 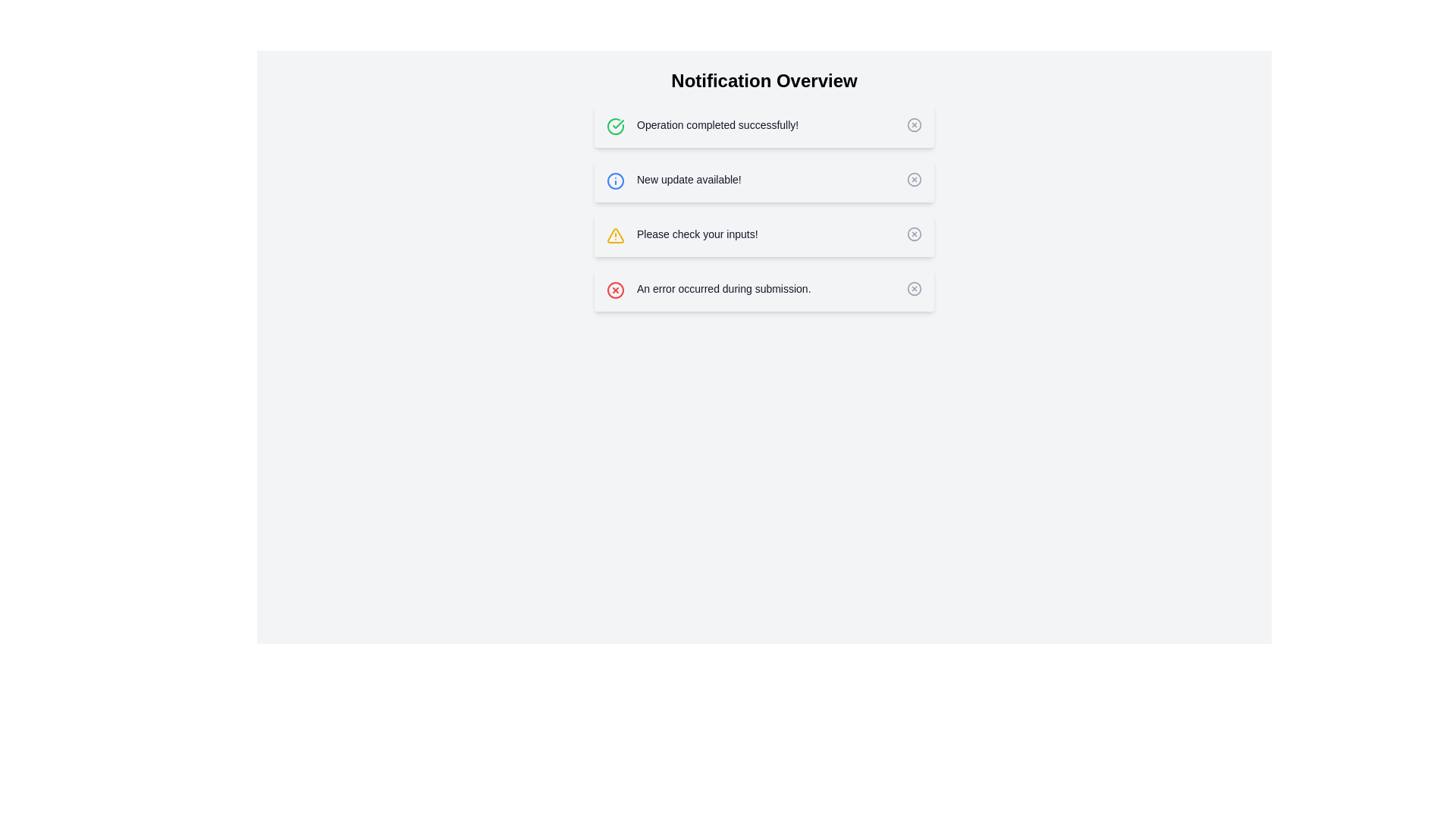 I want to click on the circular icon indicating the 'New update available!' notification on the left side of the entry, so click(x=615, y=180).